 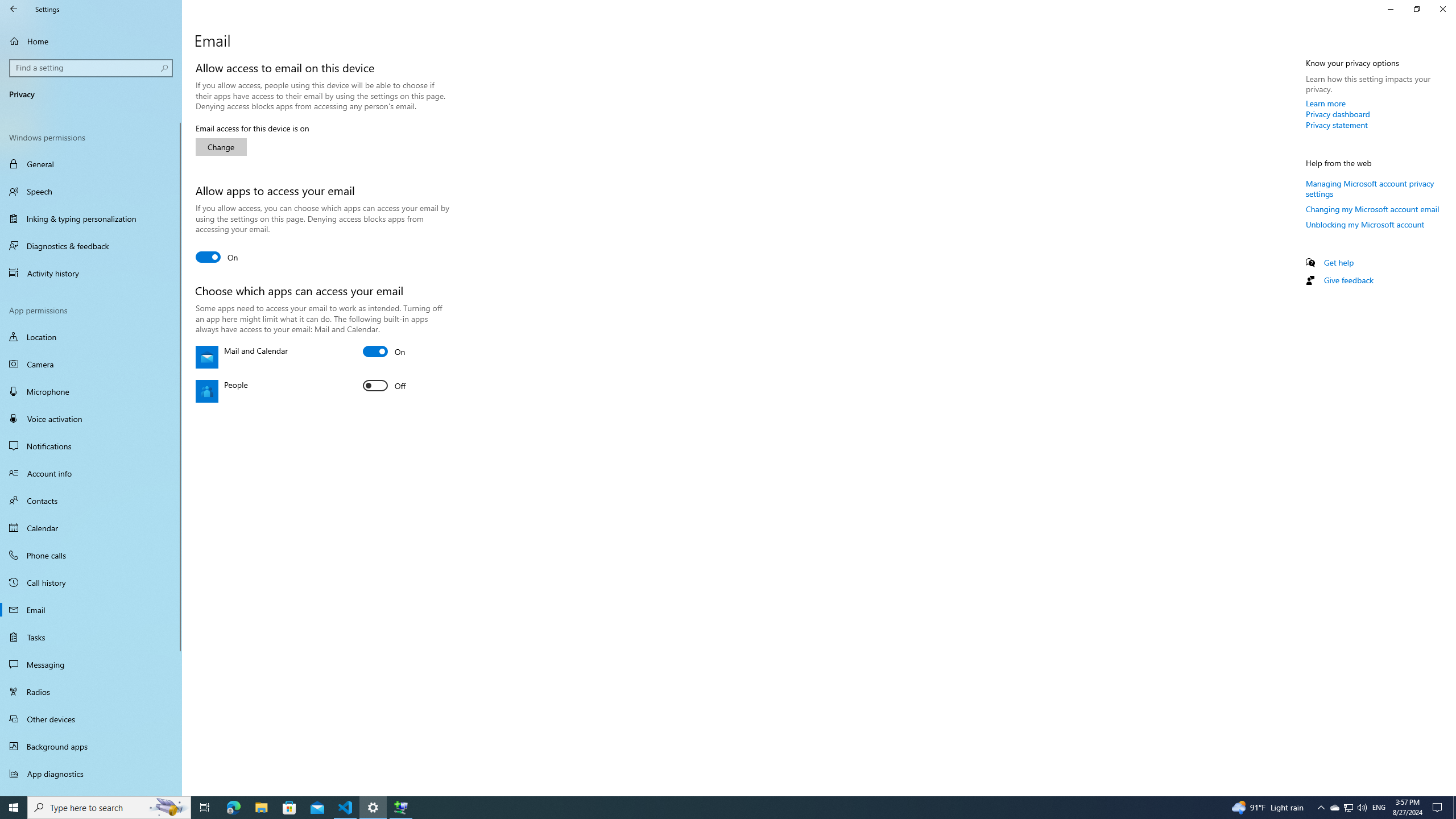 What do you see at coordinates (90, 773) in the screenshot?
I see `'App diagnostics'` at bounding box center [90, 773].